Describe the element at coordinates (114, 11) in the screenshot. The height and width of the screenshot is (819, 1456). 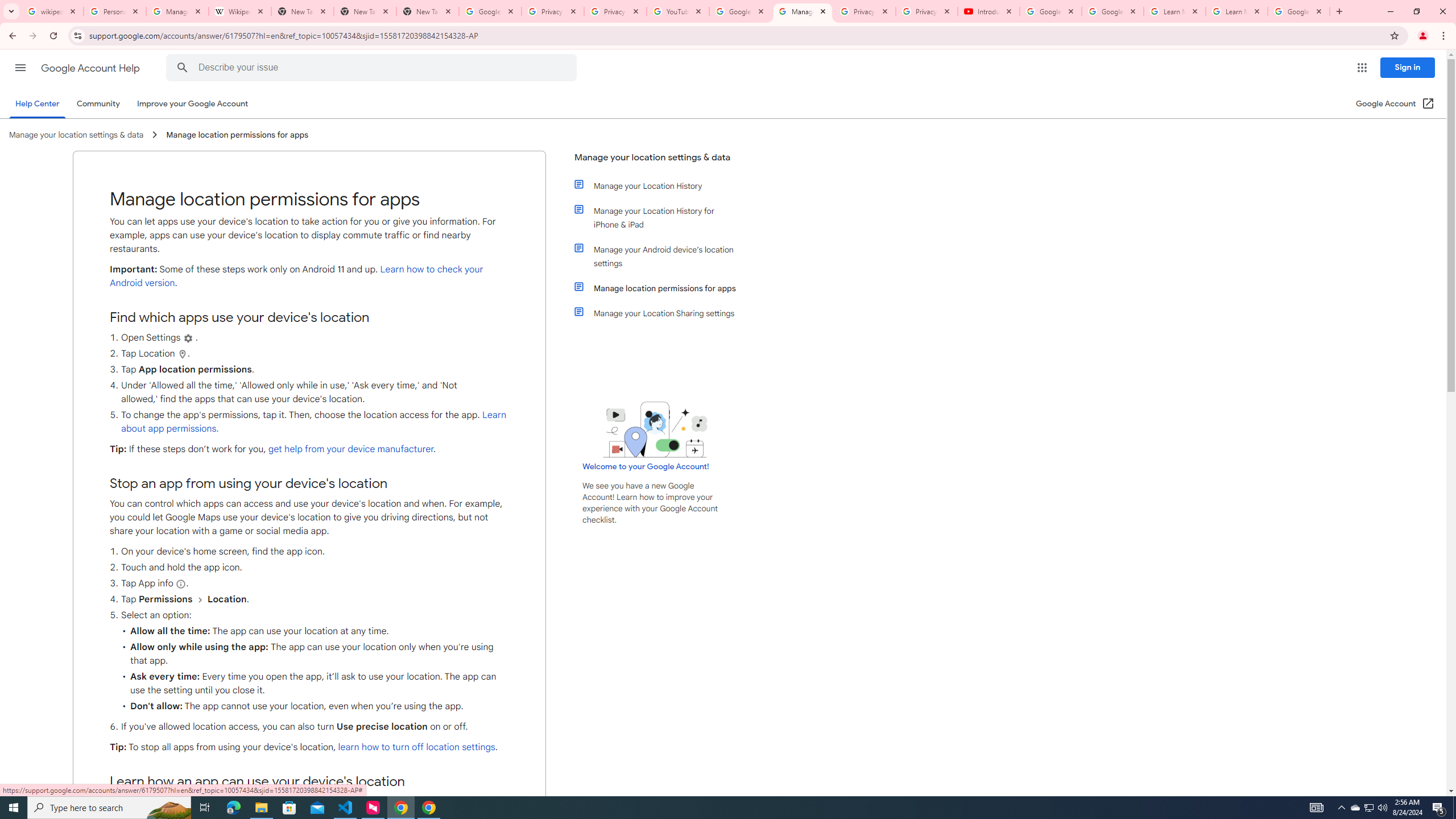
I see `'Personalization & Google Search results - Google Search Help'` at that location.